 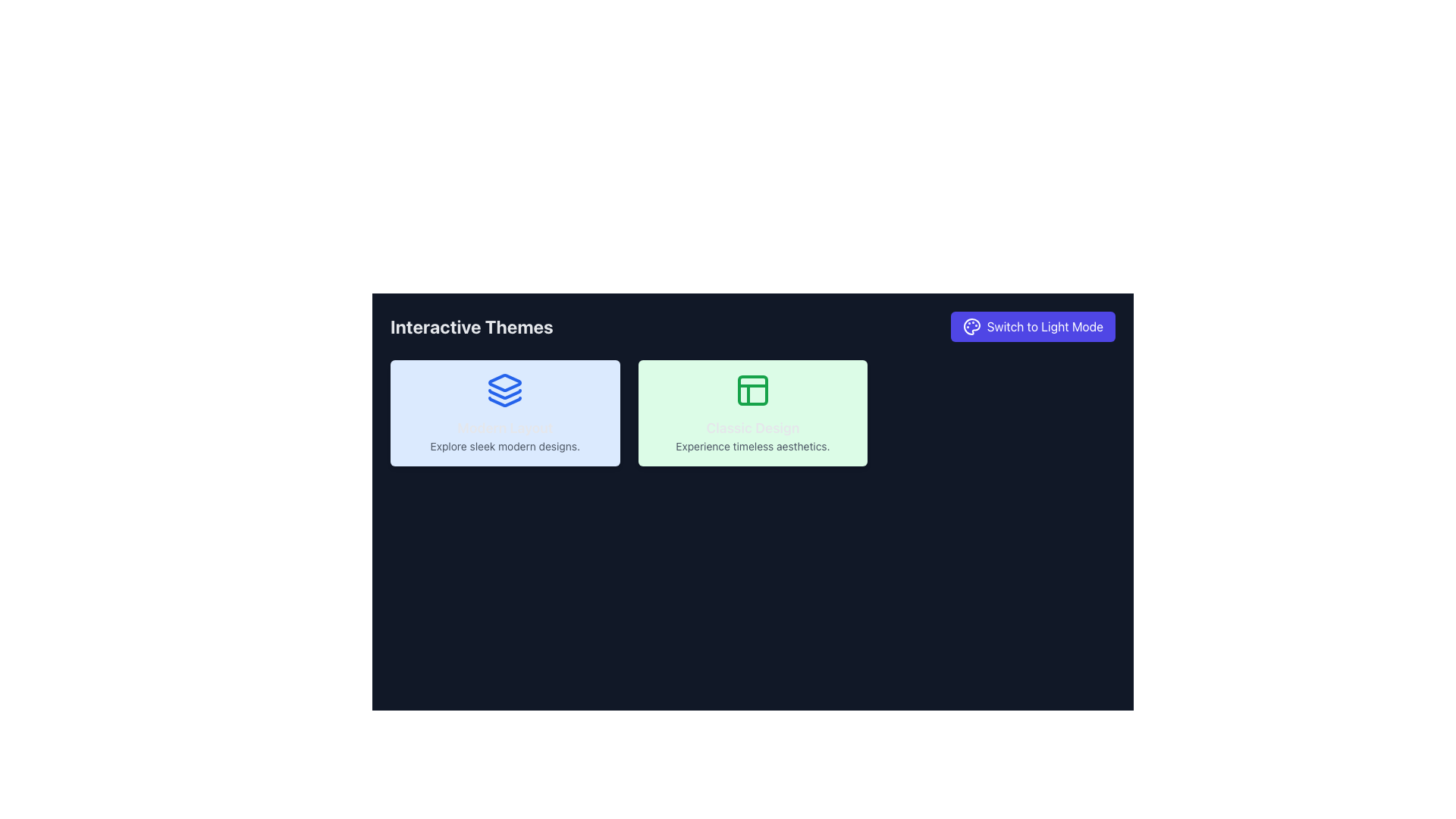 I want to click on the bottommost layer of the stack represented by a thin, curved, blue-colored vector resembling a chevron in the 'Modern Layout' icon, so click(x=505, y=400).